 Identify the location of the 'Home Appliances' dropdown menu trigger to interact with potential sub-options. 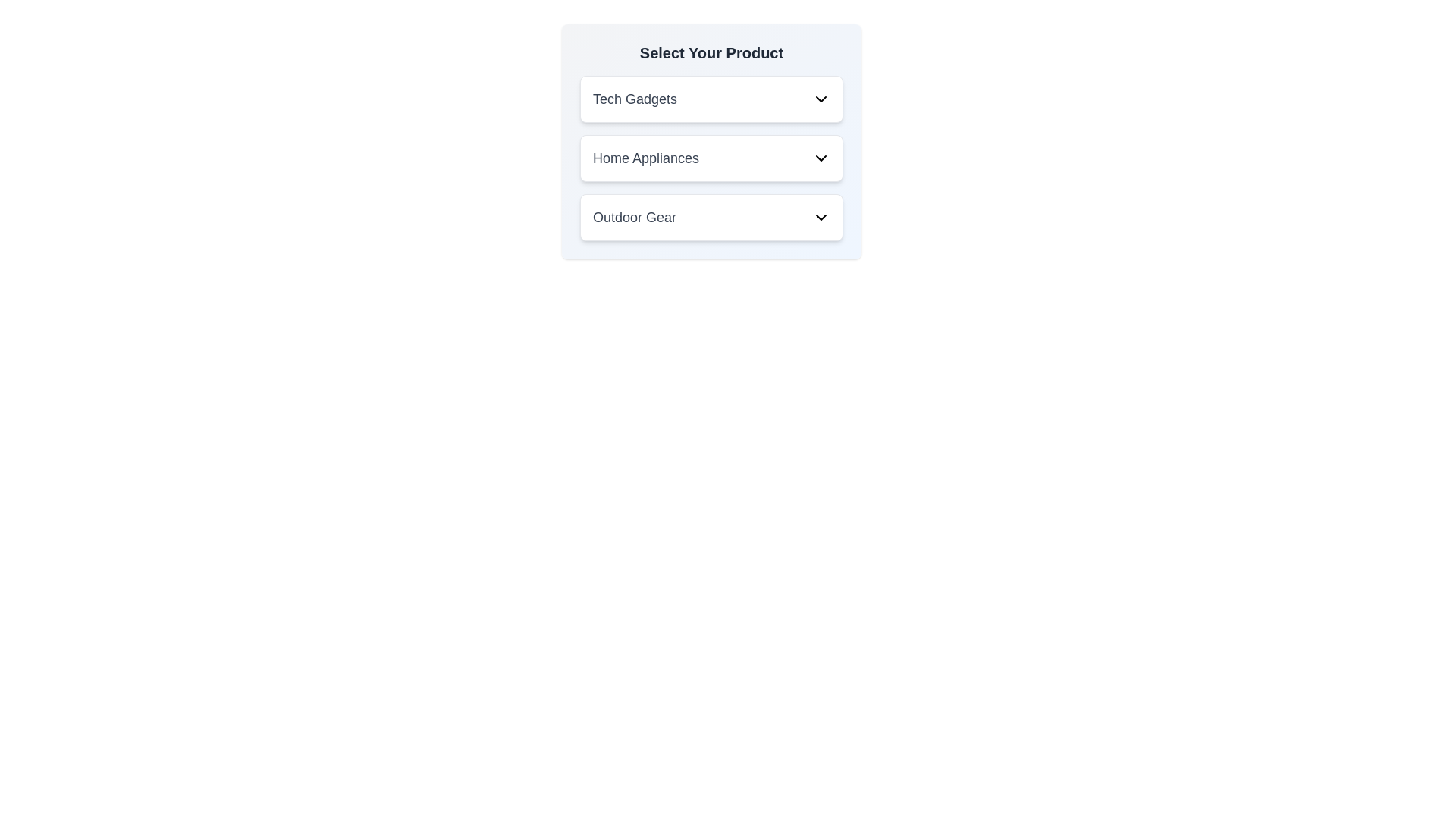
(711, 158).